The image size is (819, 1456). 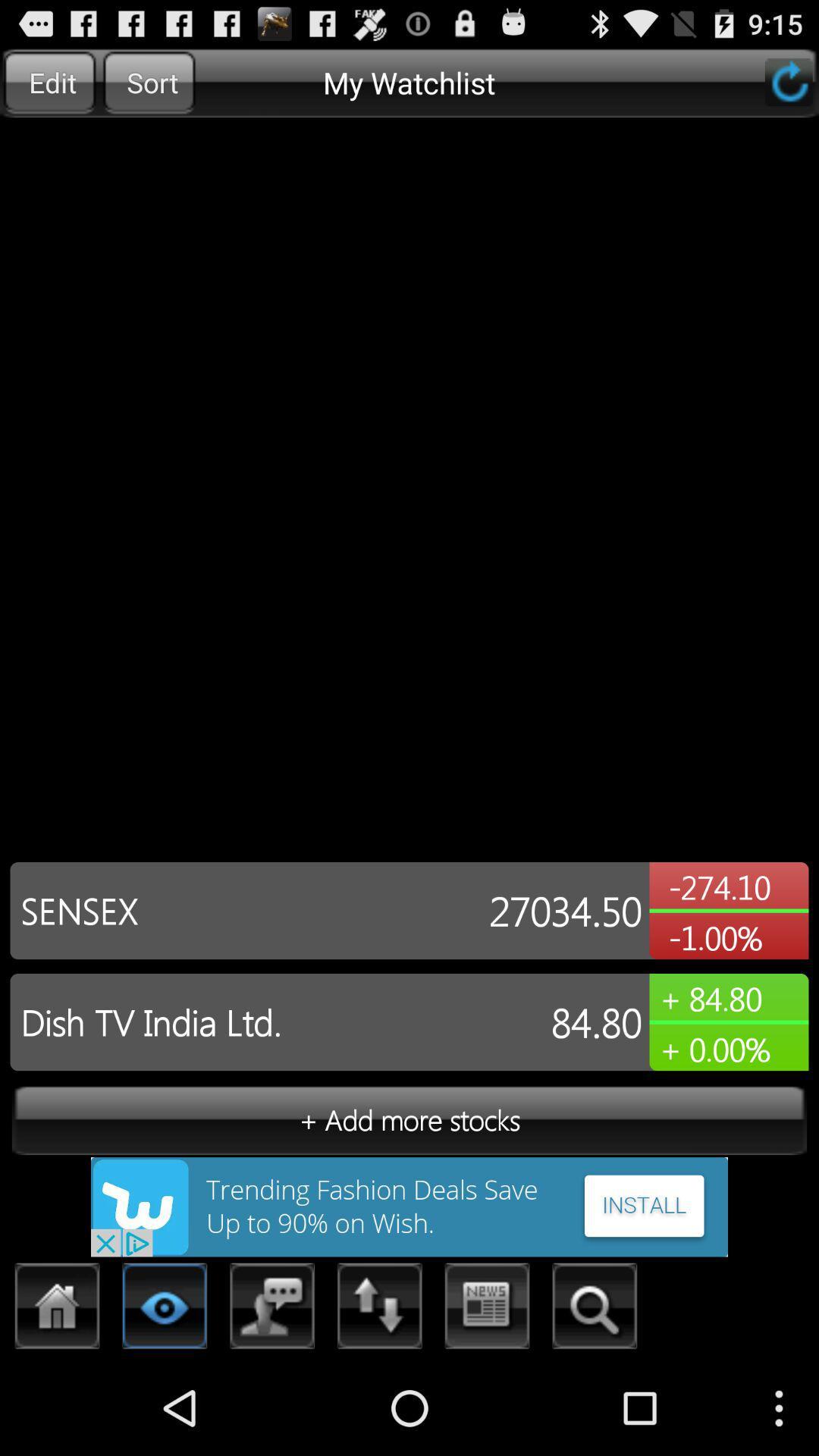 I want to click on advertisement, so click(x=409, y=1206).